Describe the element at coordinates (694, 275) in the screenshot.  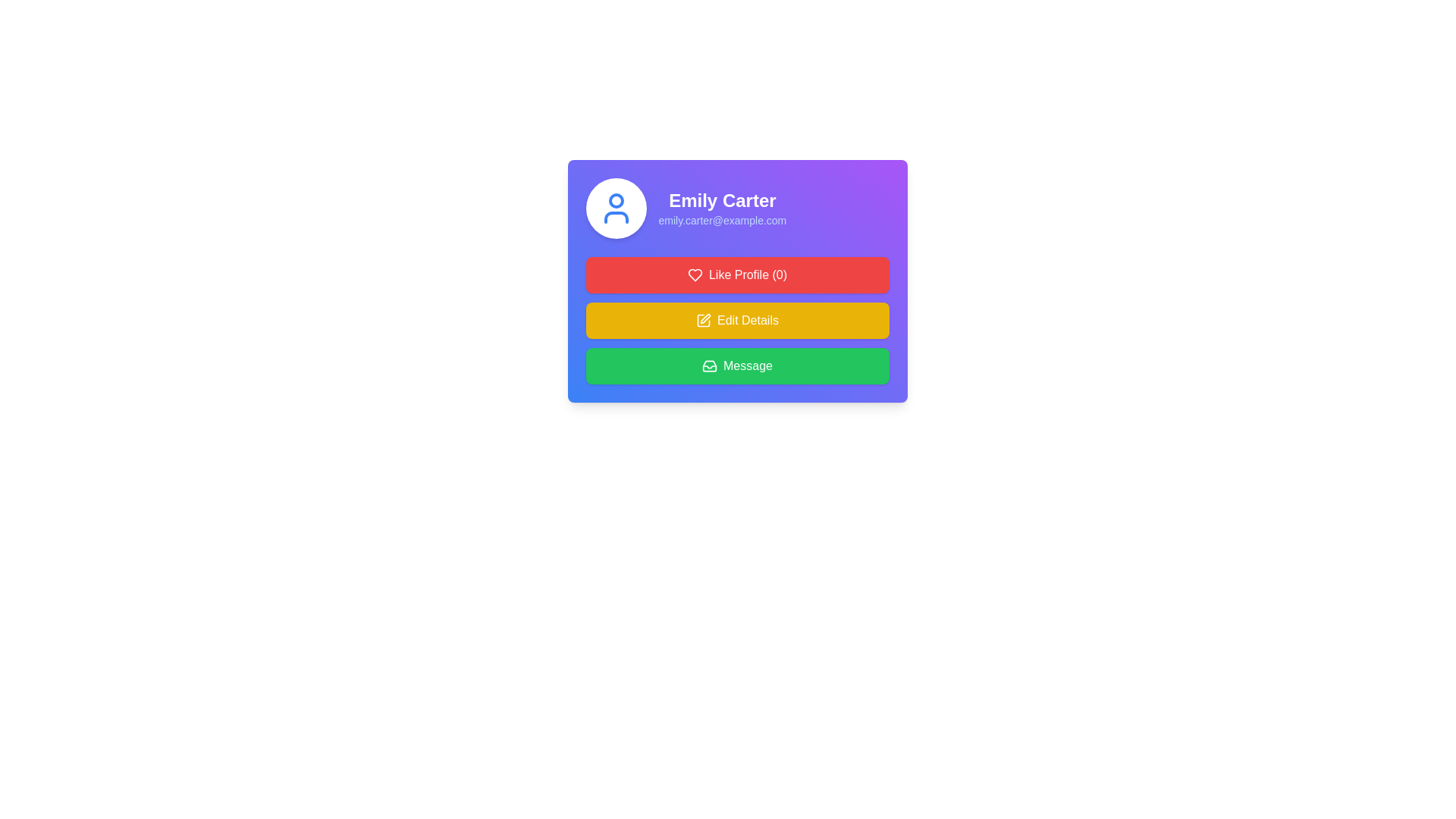
I see `the heart icon located at the left side of the 'Like Profile (0)' button, which is visually centered with the button's text` at that location.